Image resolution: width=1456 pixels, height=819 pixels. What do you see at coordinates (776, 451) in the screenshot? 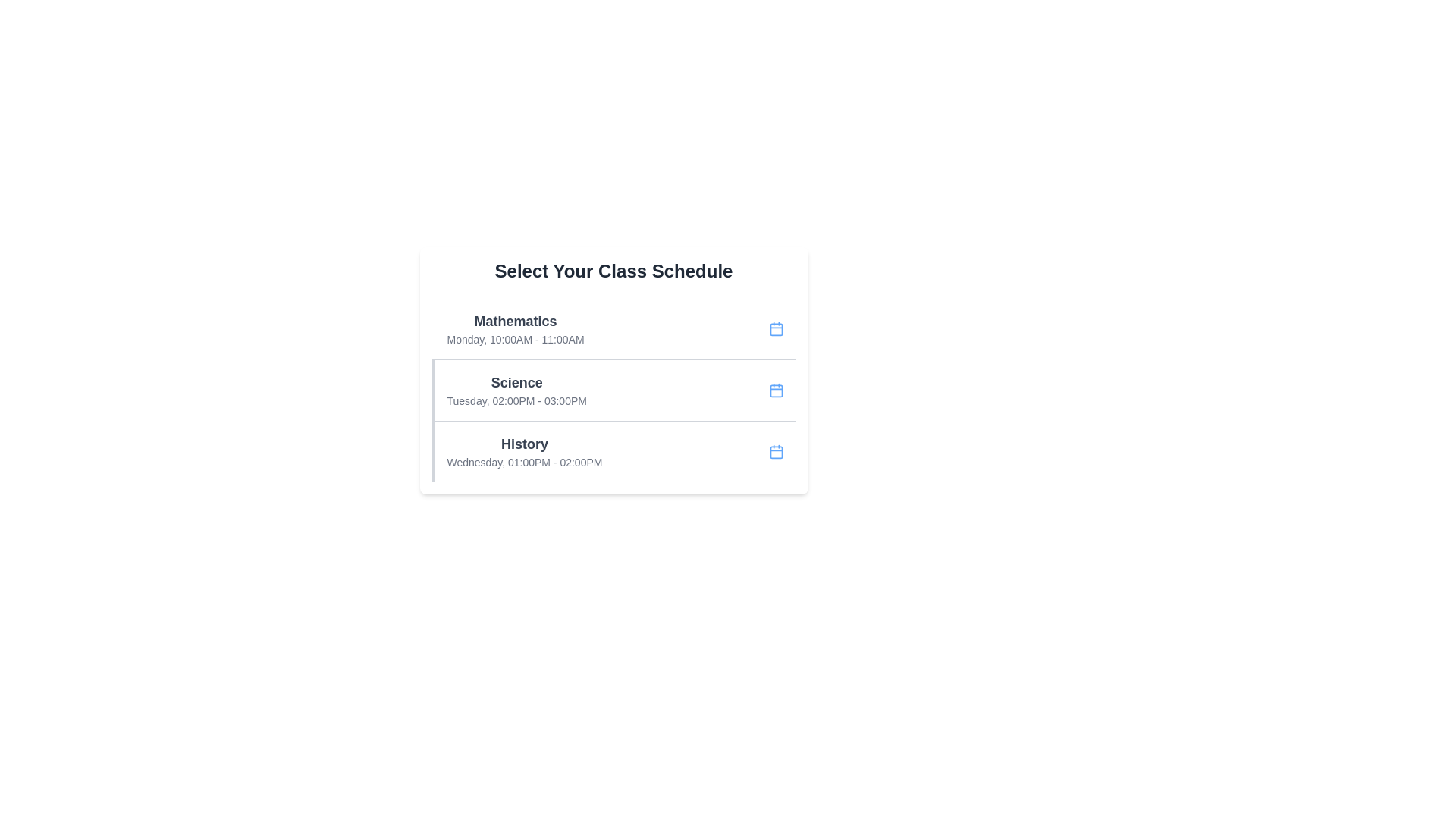
I see `the central section of the calendar icon located on the right side of the 'History' list item in the displayed schedule` at bounding box center [776, 451].